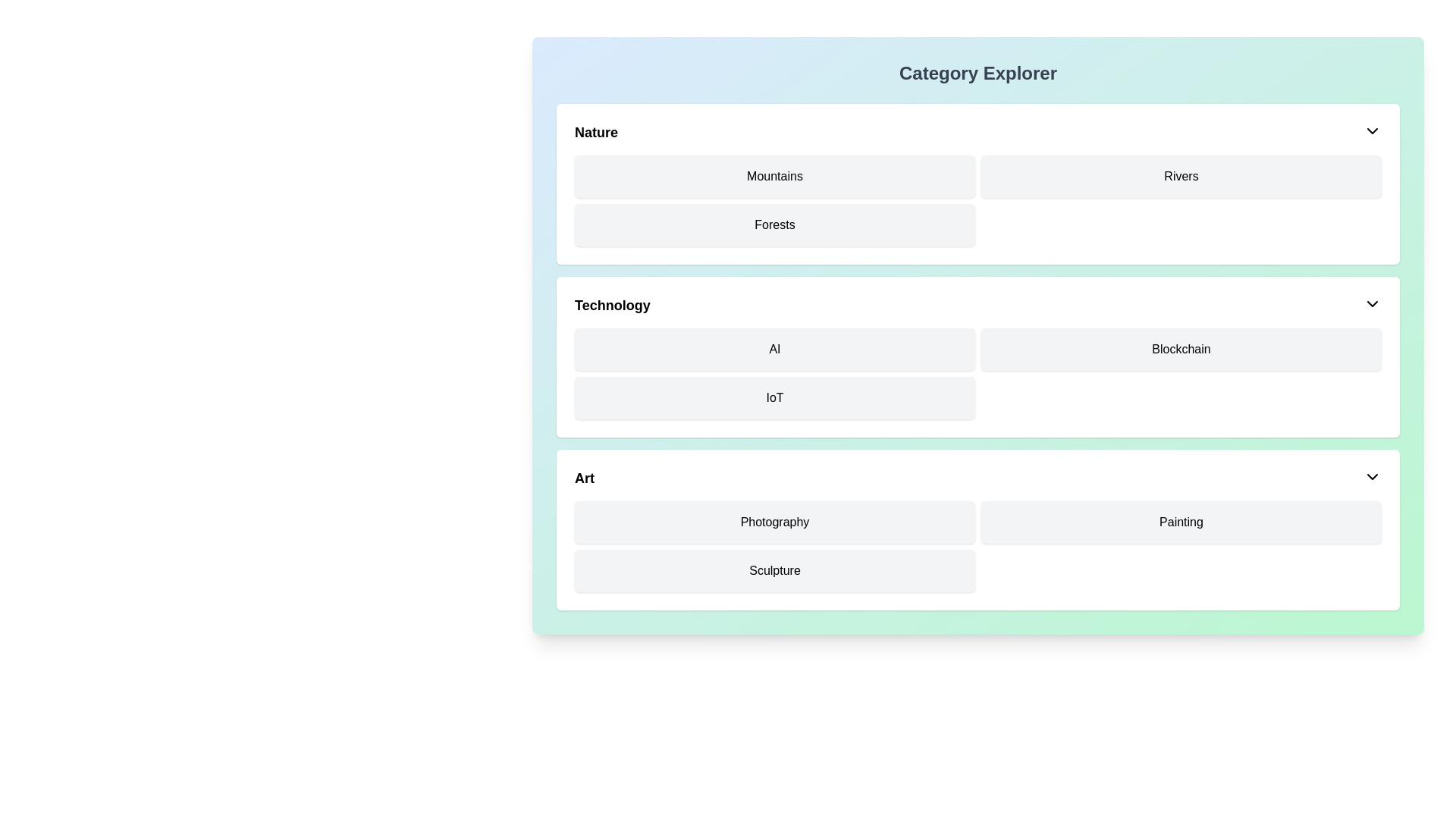  What do you see at coordinates (1372, 475) in the screenshot?
I see `the downward-pointing chevron icon with a black stroke located at the top-right corner of the 'Art' section header` at bounding box center [1372, 475].